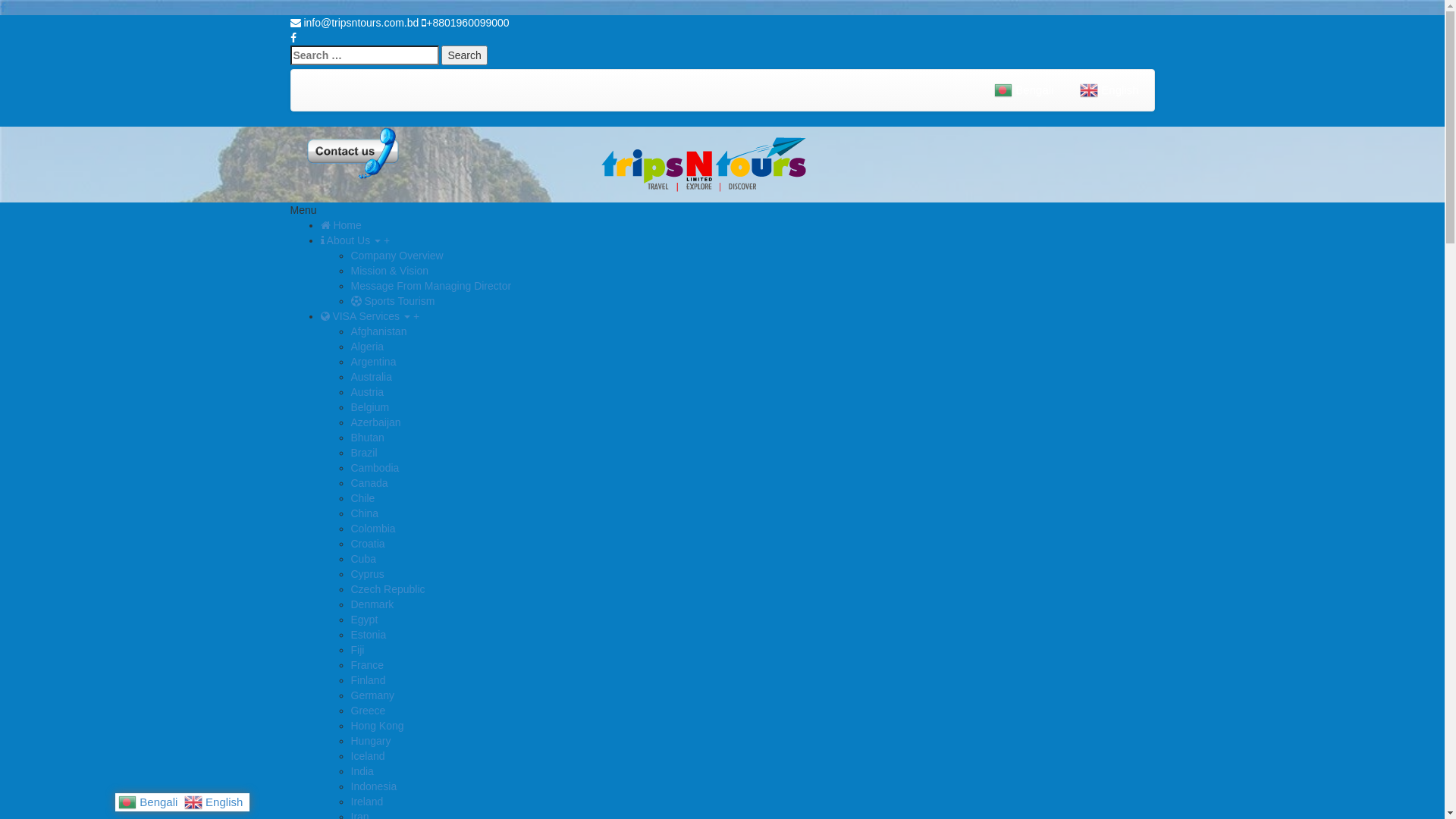 This screenshot has width=1456, height=819. Describe the element at coordinates (372, 362) in the screenshot. I see `'Argentina'` at that location.